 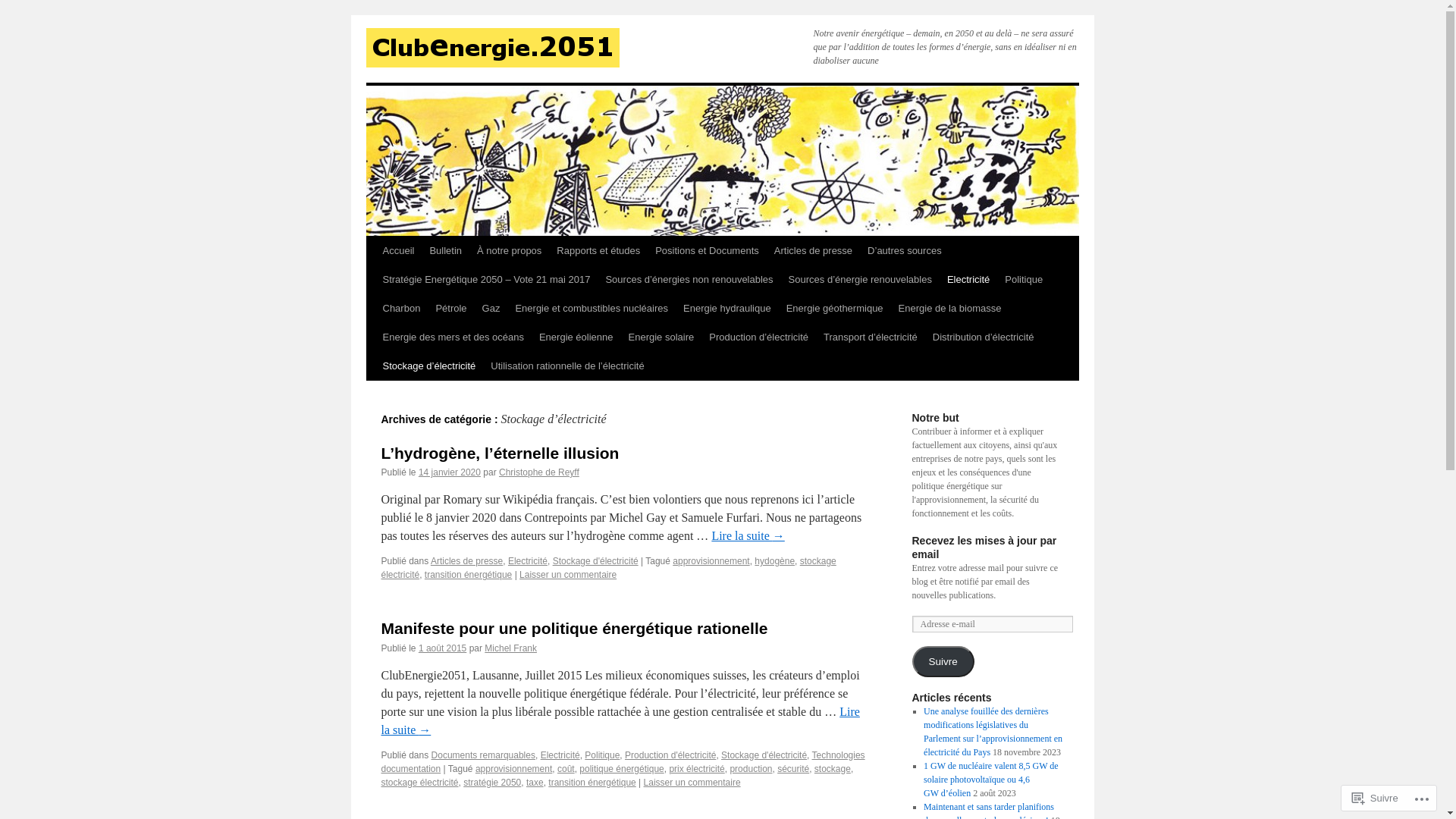 I want to click on 'Suivre', so click(x=910, y=661).